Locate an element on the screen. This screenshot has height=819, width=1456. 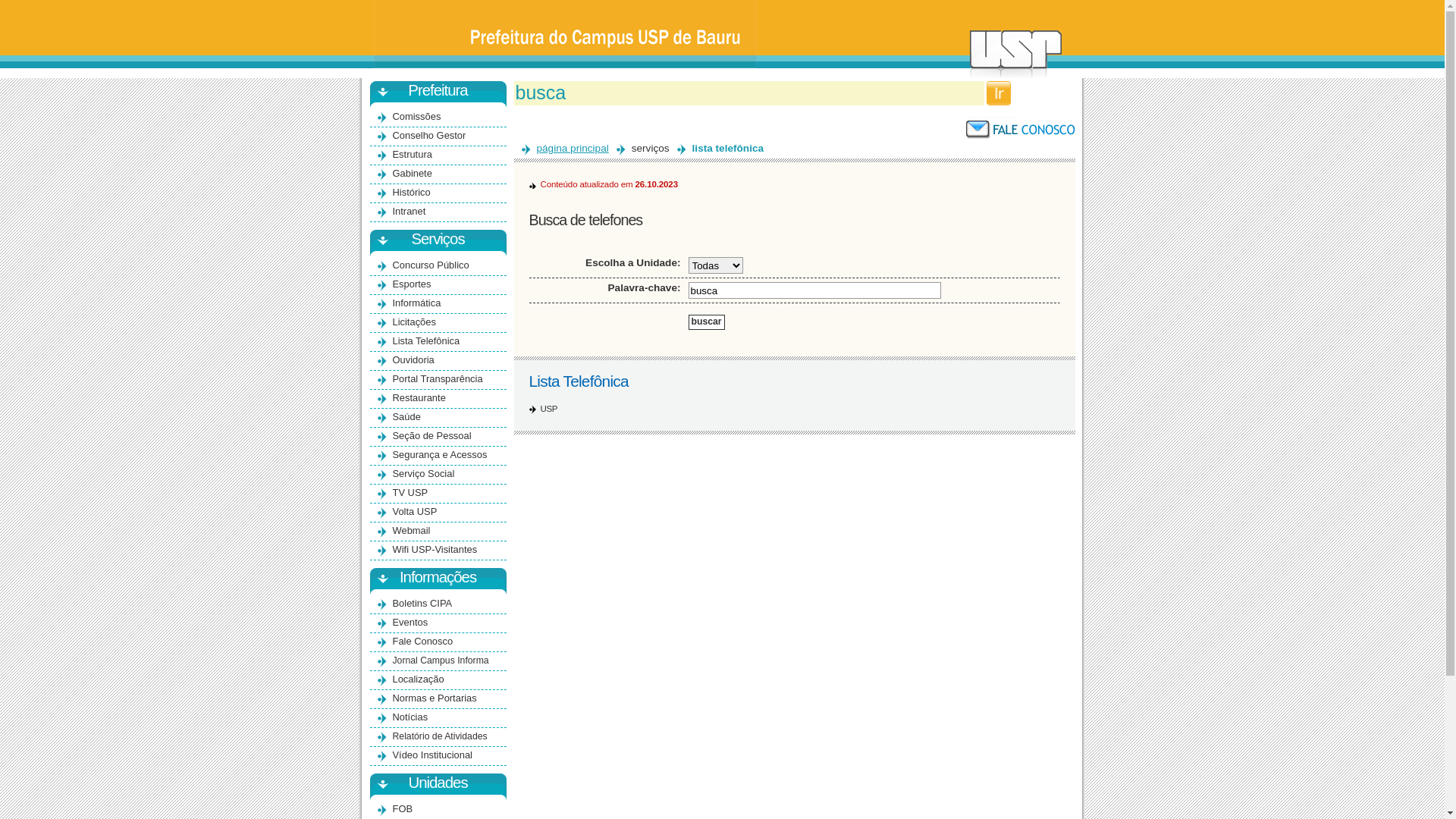
'Webmail' is located at coordinates (411, 529).